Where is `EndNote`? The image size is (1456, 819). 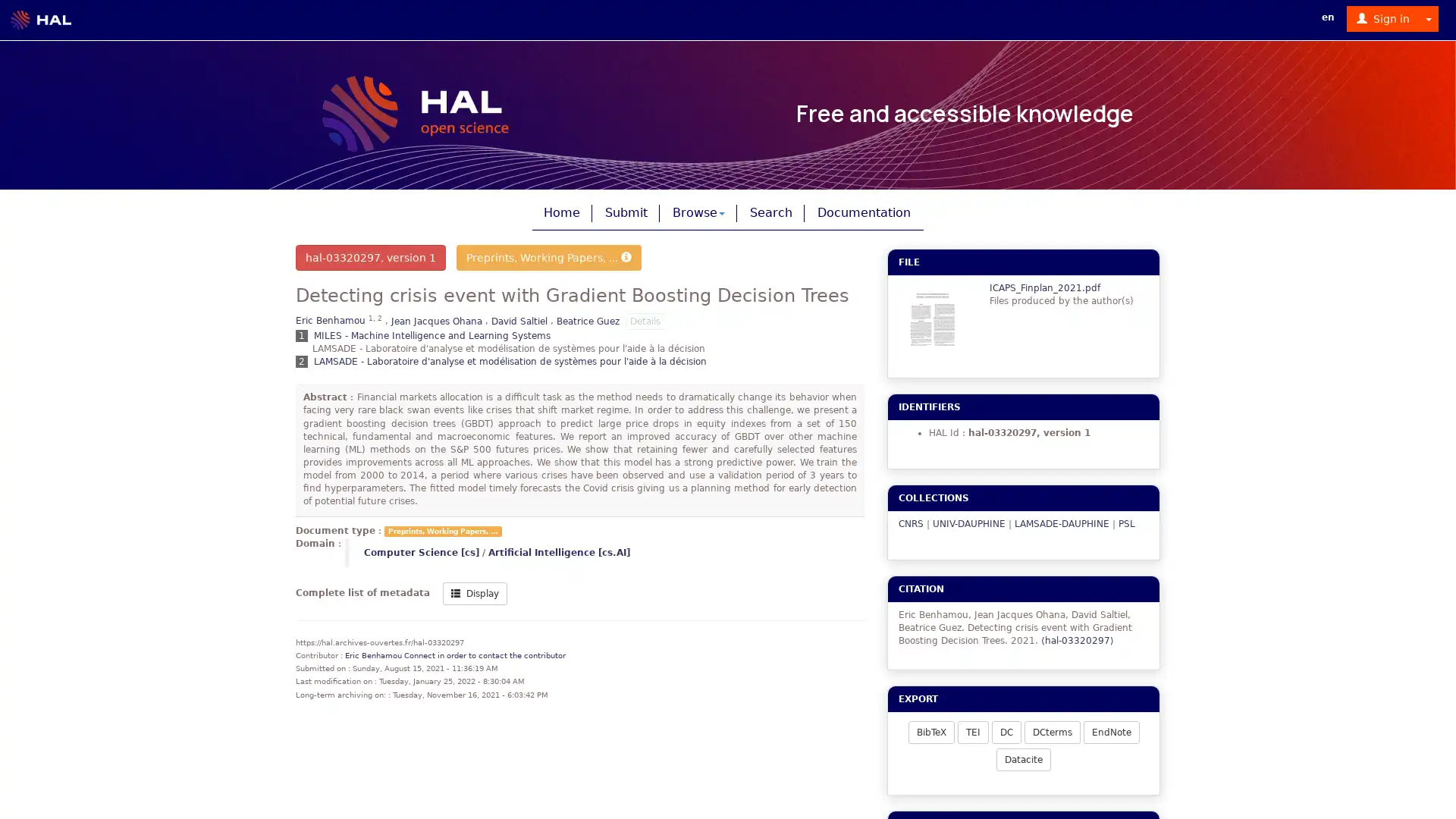 EndNote is located at coordinates (1110, 730).